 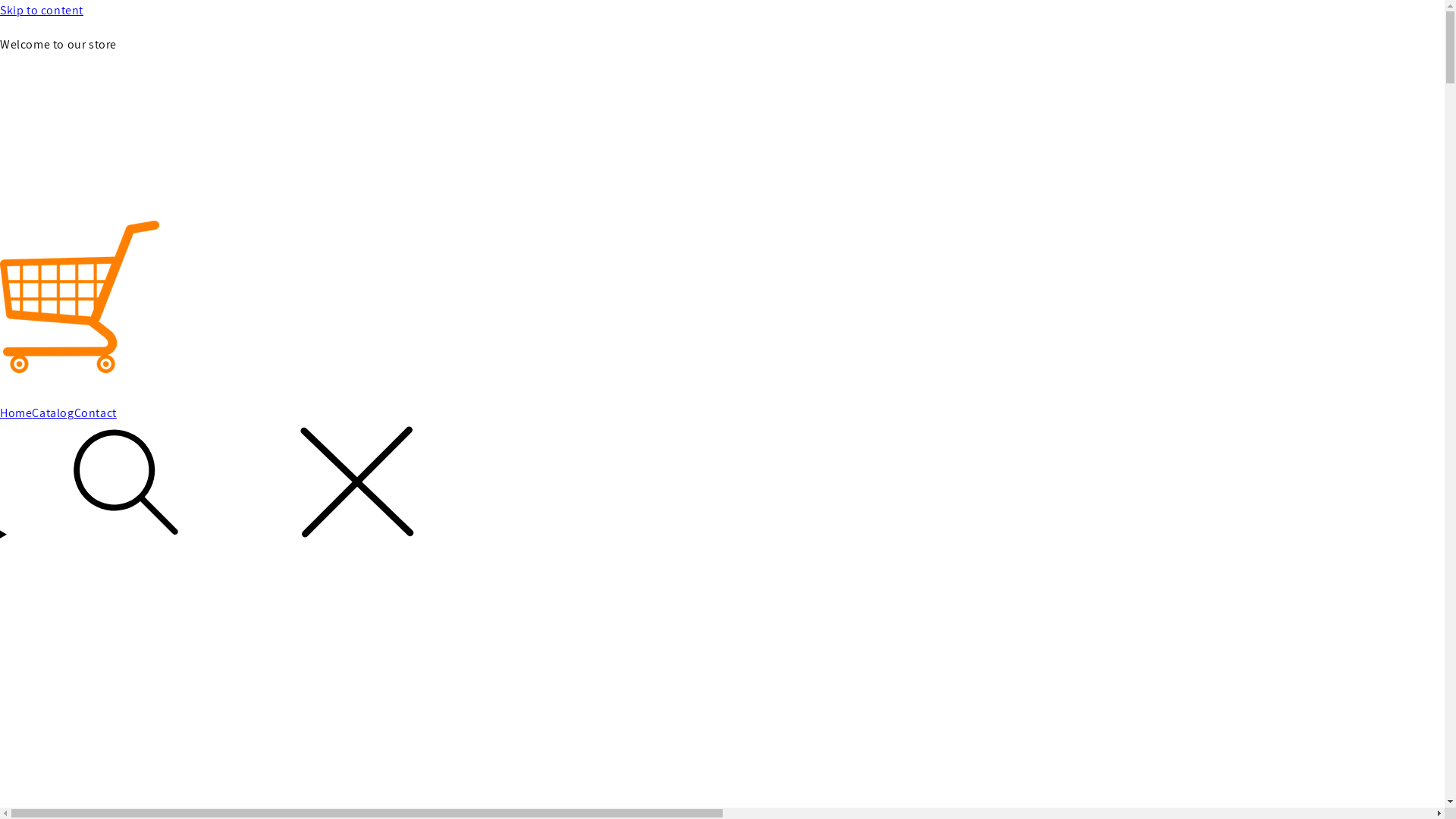 I want to click on 'Catalog', so click(x=52, y=413).